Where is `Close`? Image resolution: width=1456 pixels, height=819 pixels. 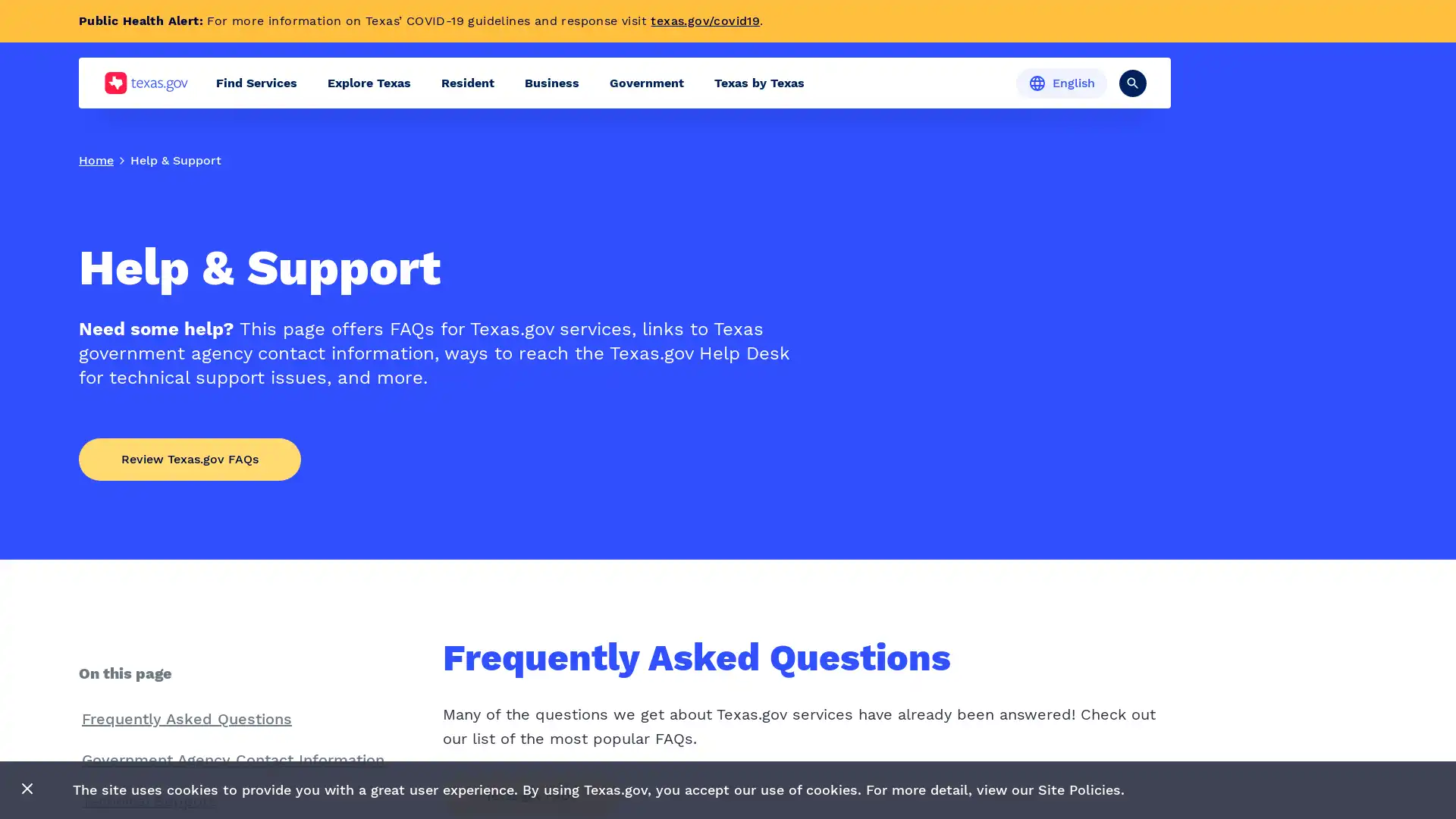
Close is located at coordinates (27, 789).